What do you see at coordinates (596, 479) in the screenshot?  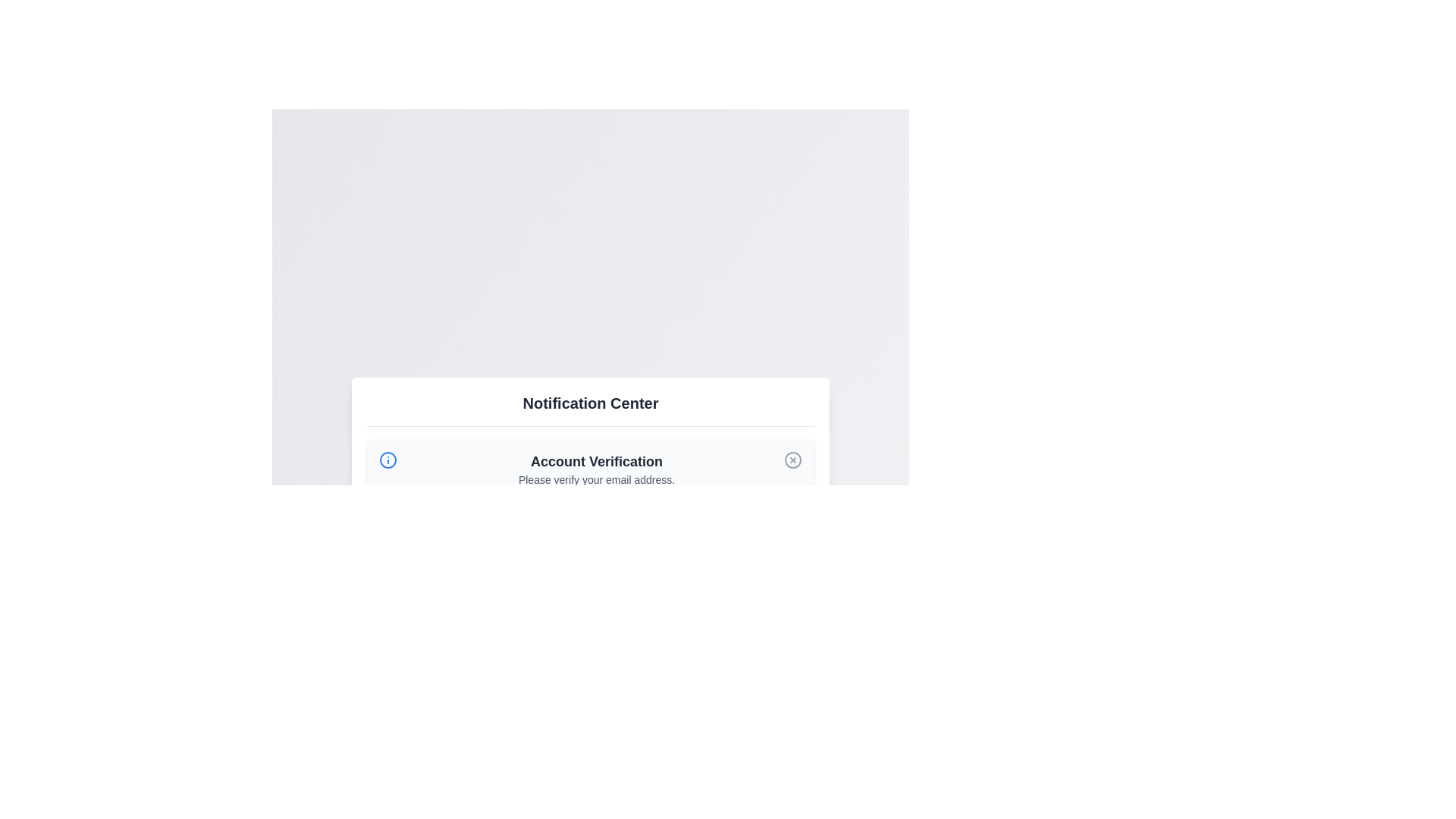 I see `the text label that reads 'Please verify your email address.' which is positioned below the 'Account Verification' heading` at bounding box center [596, 479].